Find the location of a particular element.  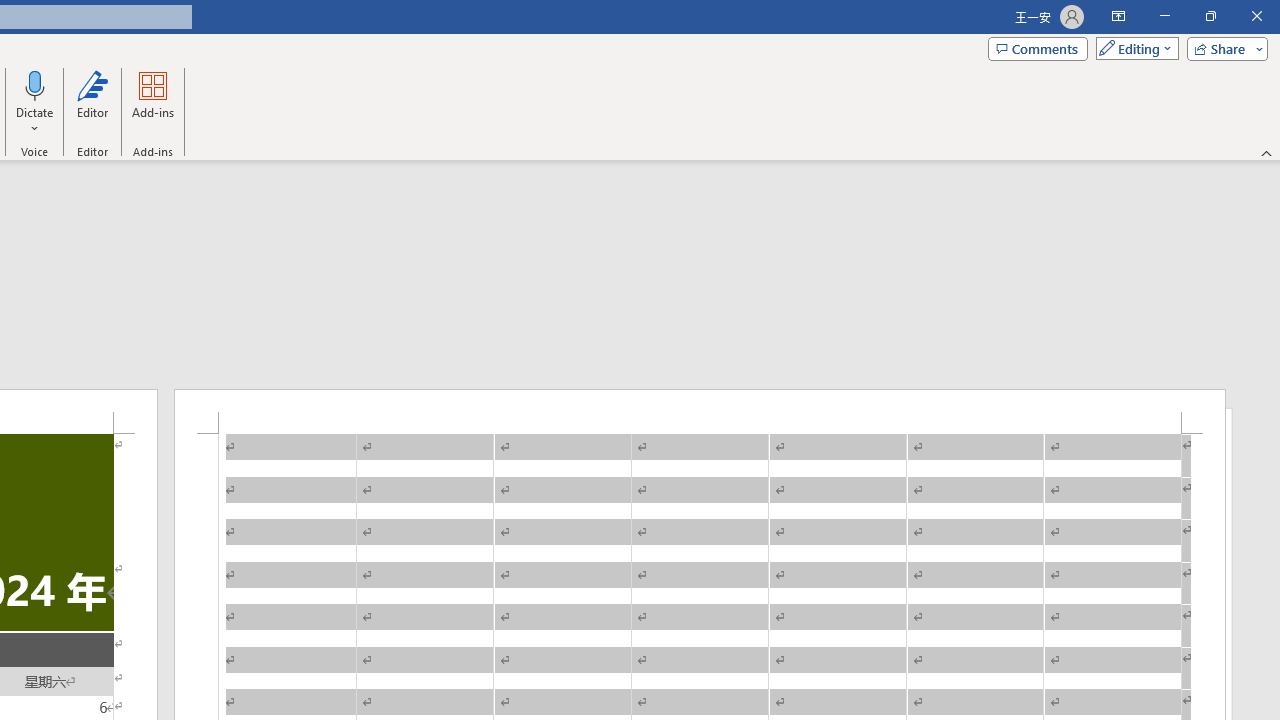

'Header -Section 1-' is located at coordinates (700, 410).